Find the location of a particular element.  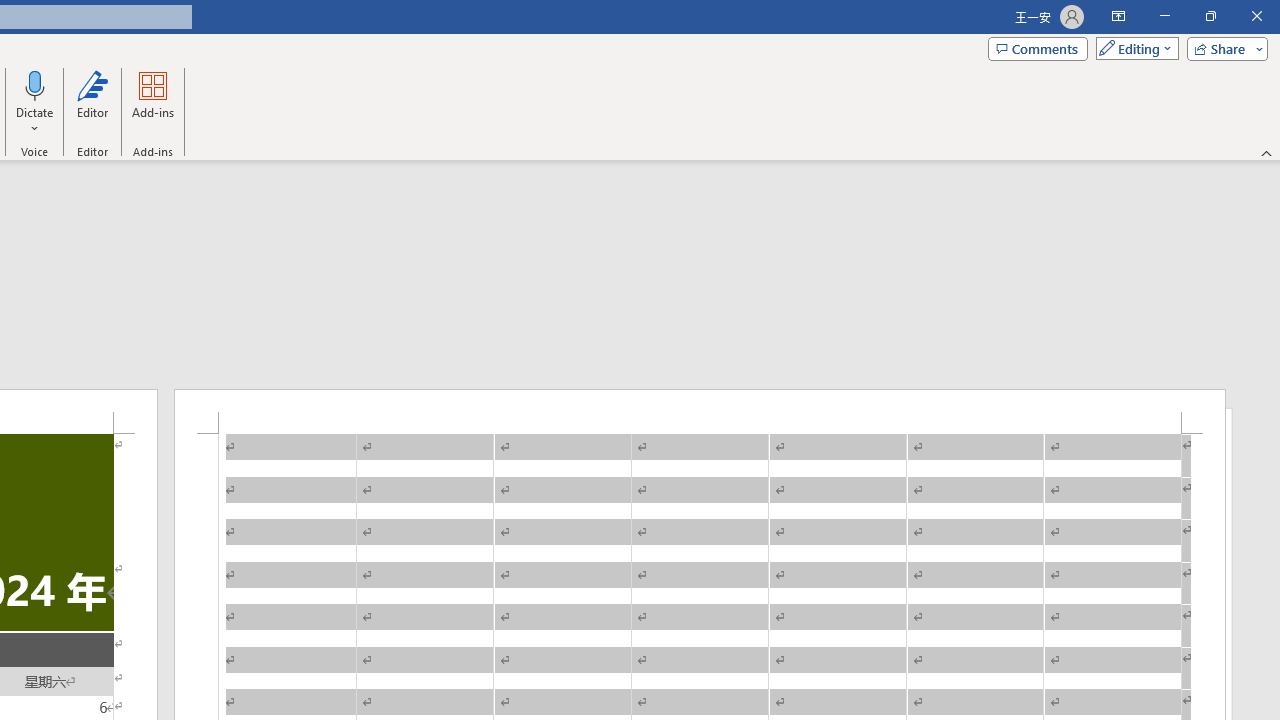

'Header -Section 1-' is located at coordinates (700, 410).